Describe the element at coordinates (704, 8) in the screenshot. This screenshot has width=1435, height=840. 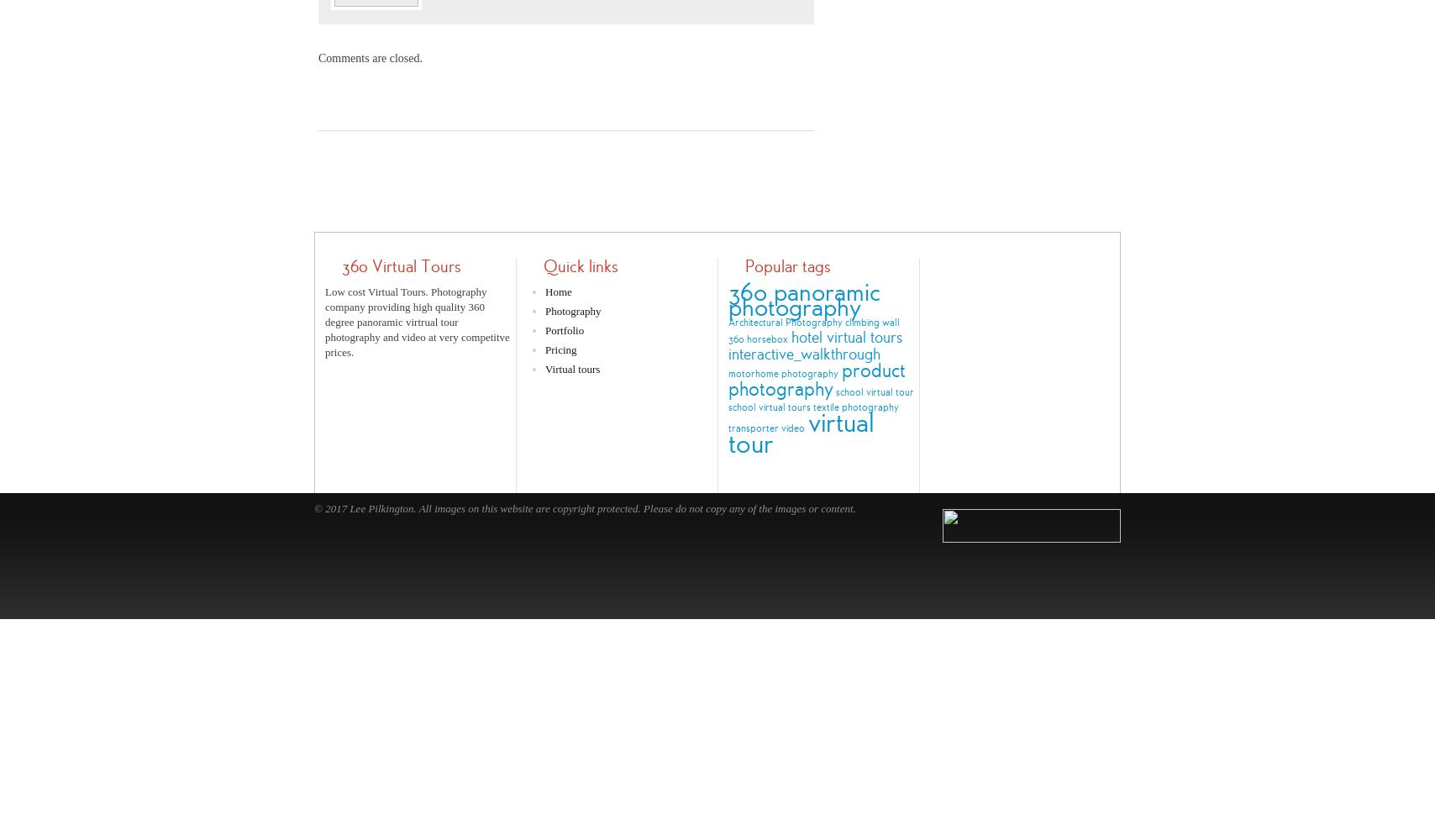
I see `'error:'` at that location.